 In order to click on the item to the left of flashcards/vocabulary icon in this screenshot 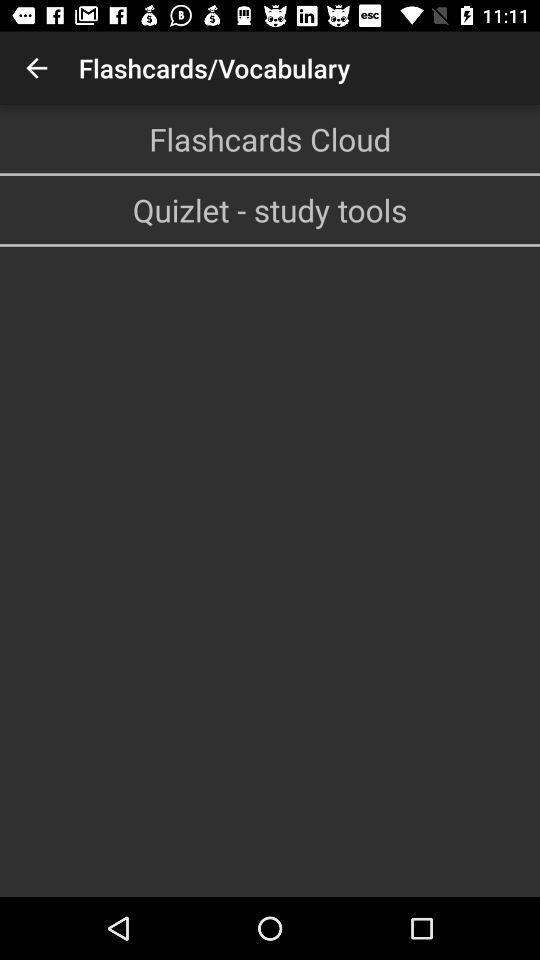, I will do `click(36, 68)`.